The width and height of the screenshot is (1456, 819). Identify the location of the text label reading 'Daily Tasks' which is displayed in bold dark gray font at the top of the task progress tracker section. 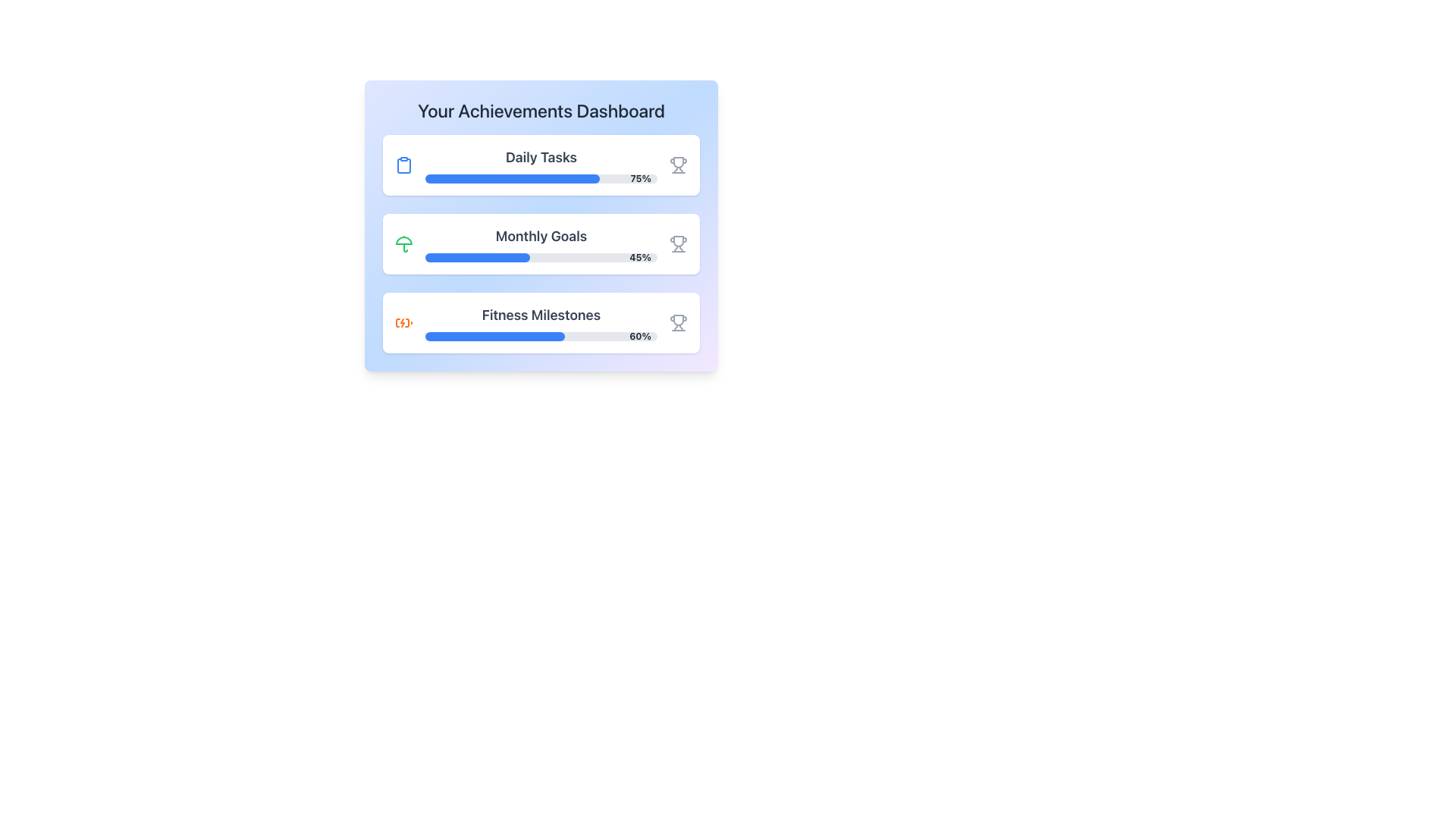
(541, 158).